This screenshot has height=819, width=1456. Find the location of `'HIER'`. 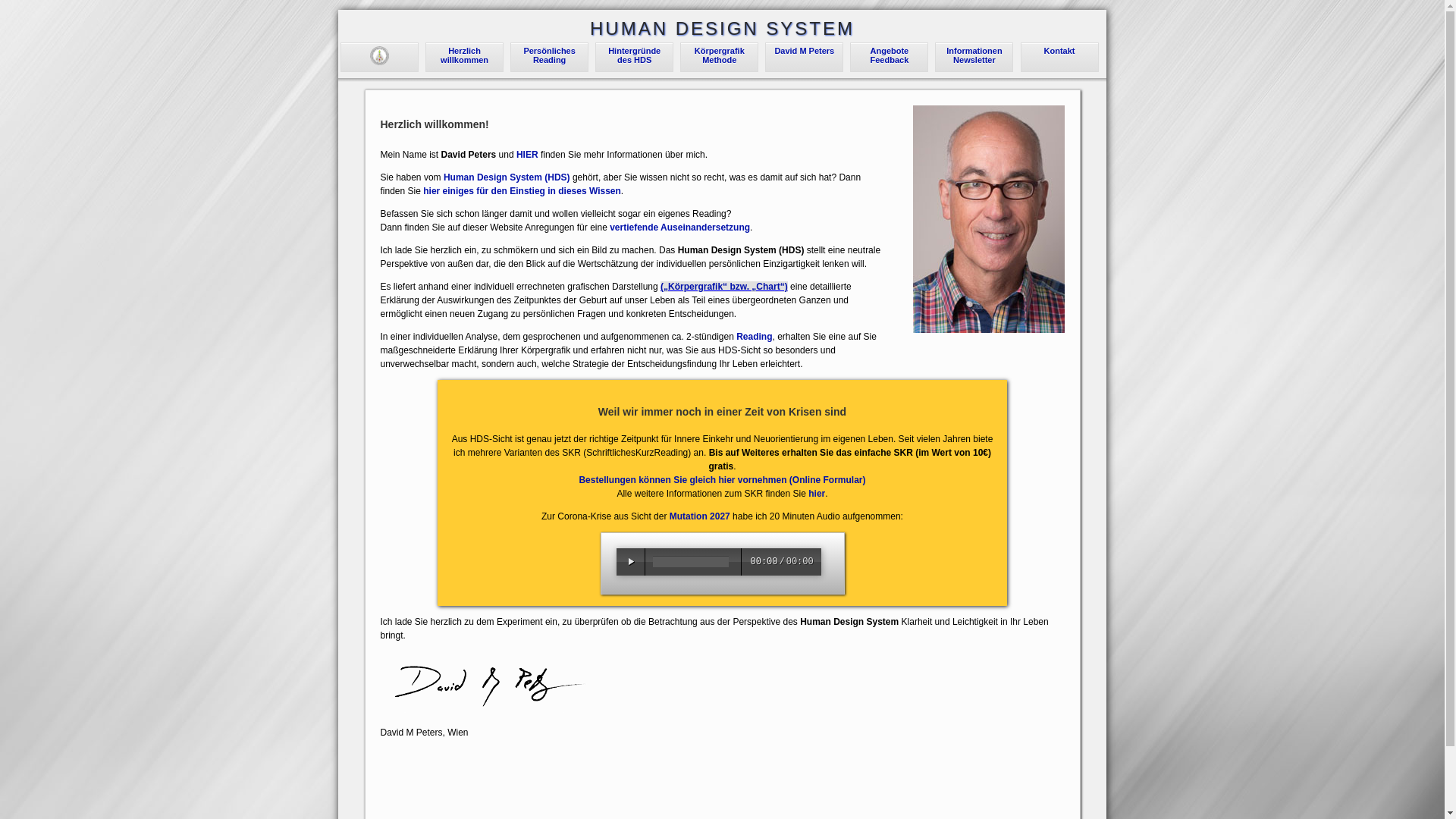

'HIER' is located at coordinates (527, 155).